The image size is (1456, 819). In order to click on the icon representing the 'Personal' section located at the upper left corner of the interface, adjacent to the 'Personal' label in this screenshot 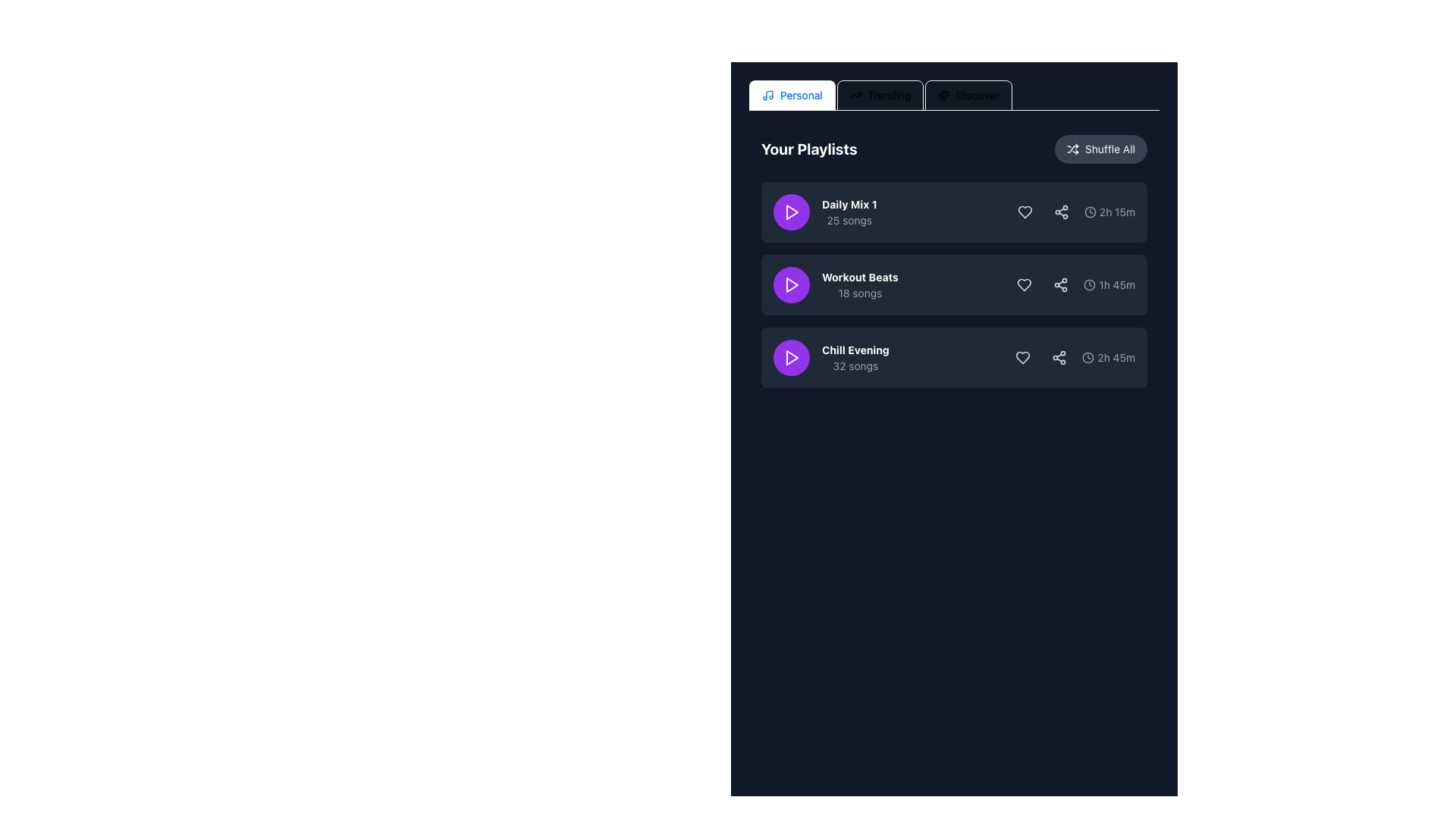, I will do `click(767, 96)`.